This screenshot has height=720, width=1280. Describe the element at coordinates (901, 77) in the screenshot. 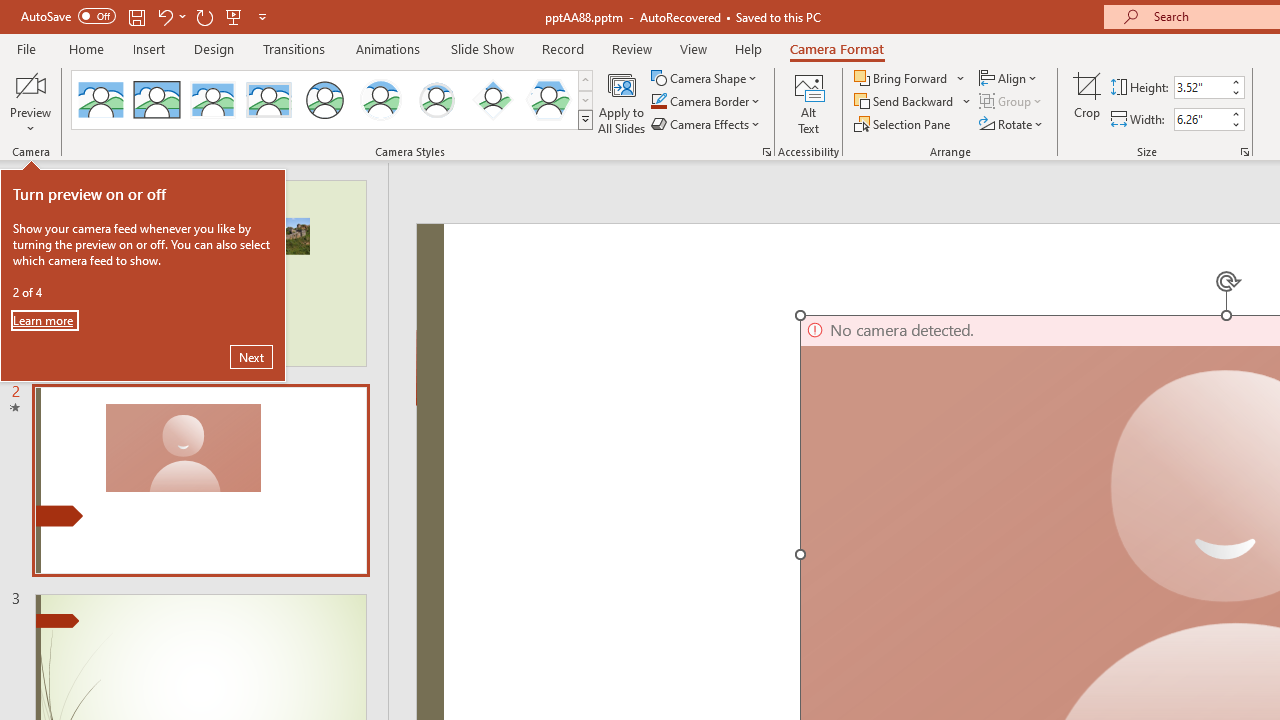

I see `'Bring Forward'` at that location.